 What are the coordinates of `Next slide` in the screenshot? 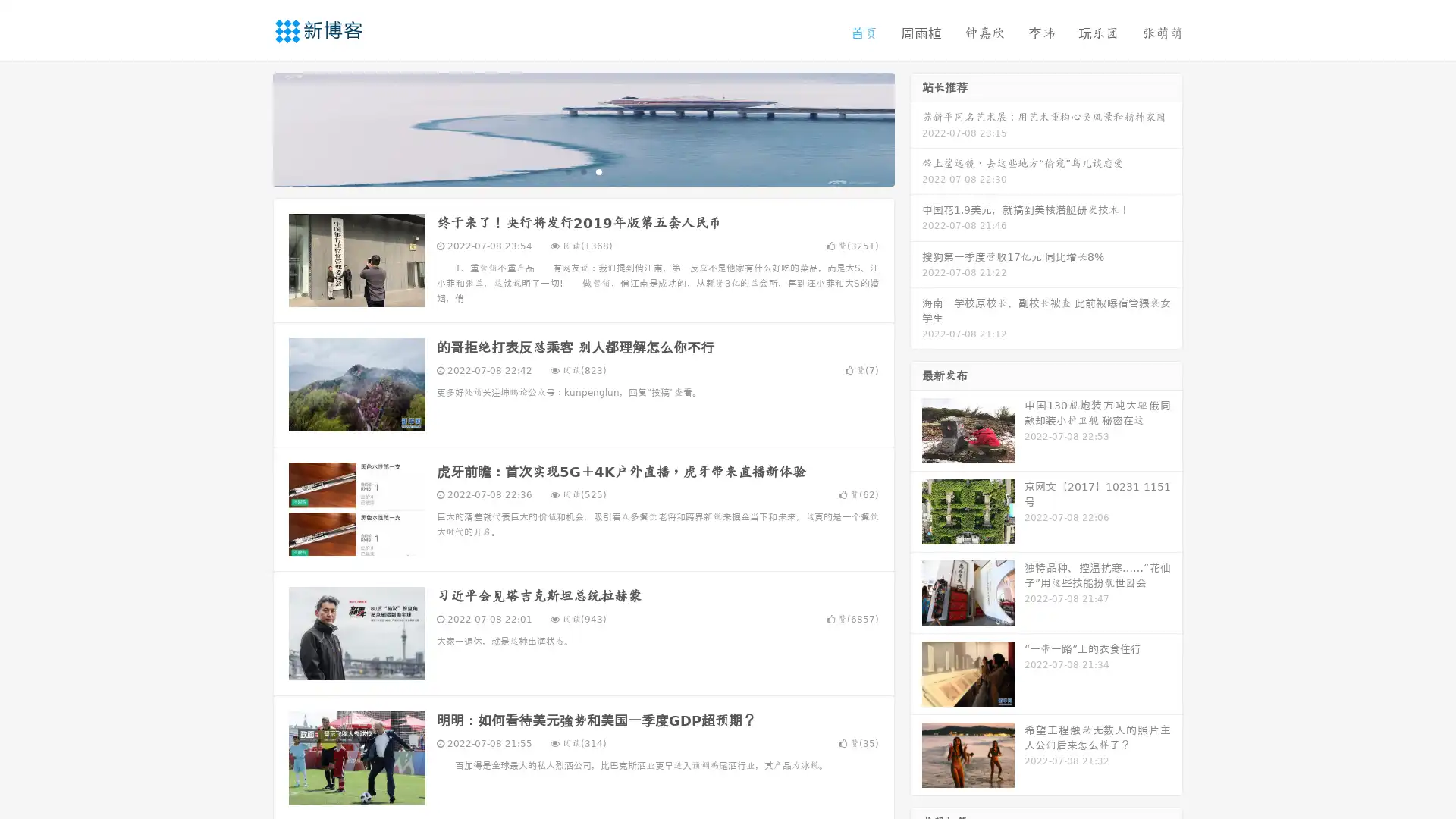 It's located at (916, 127).